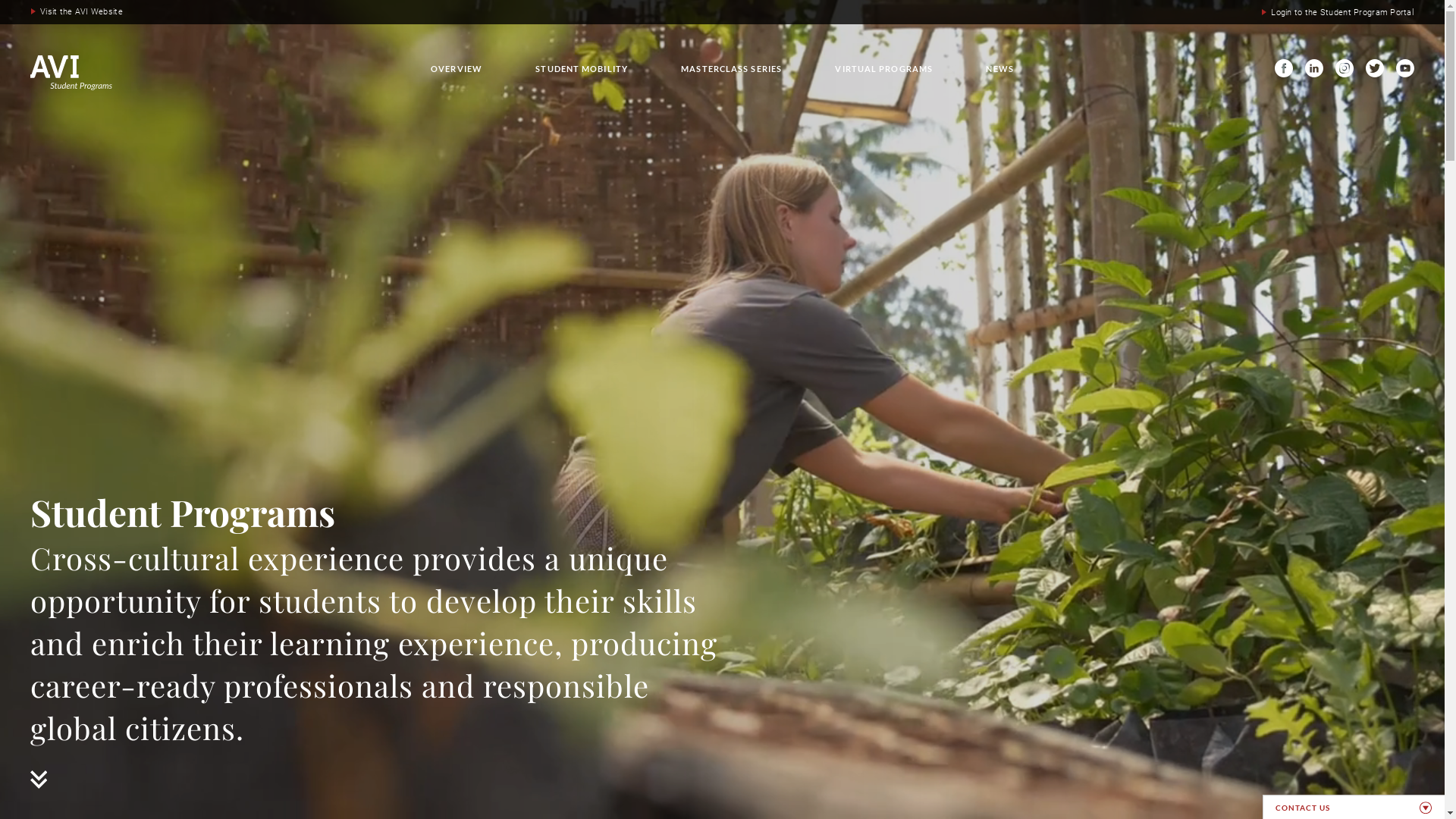 The image size is (1456, 819). Describe the element at coordinates (1335, 67) in the screenshot. I see `'Instagram'` at that location.